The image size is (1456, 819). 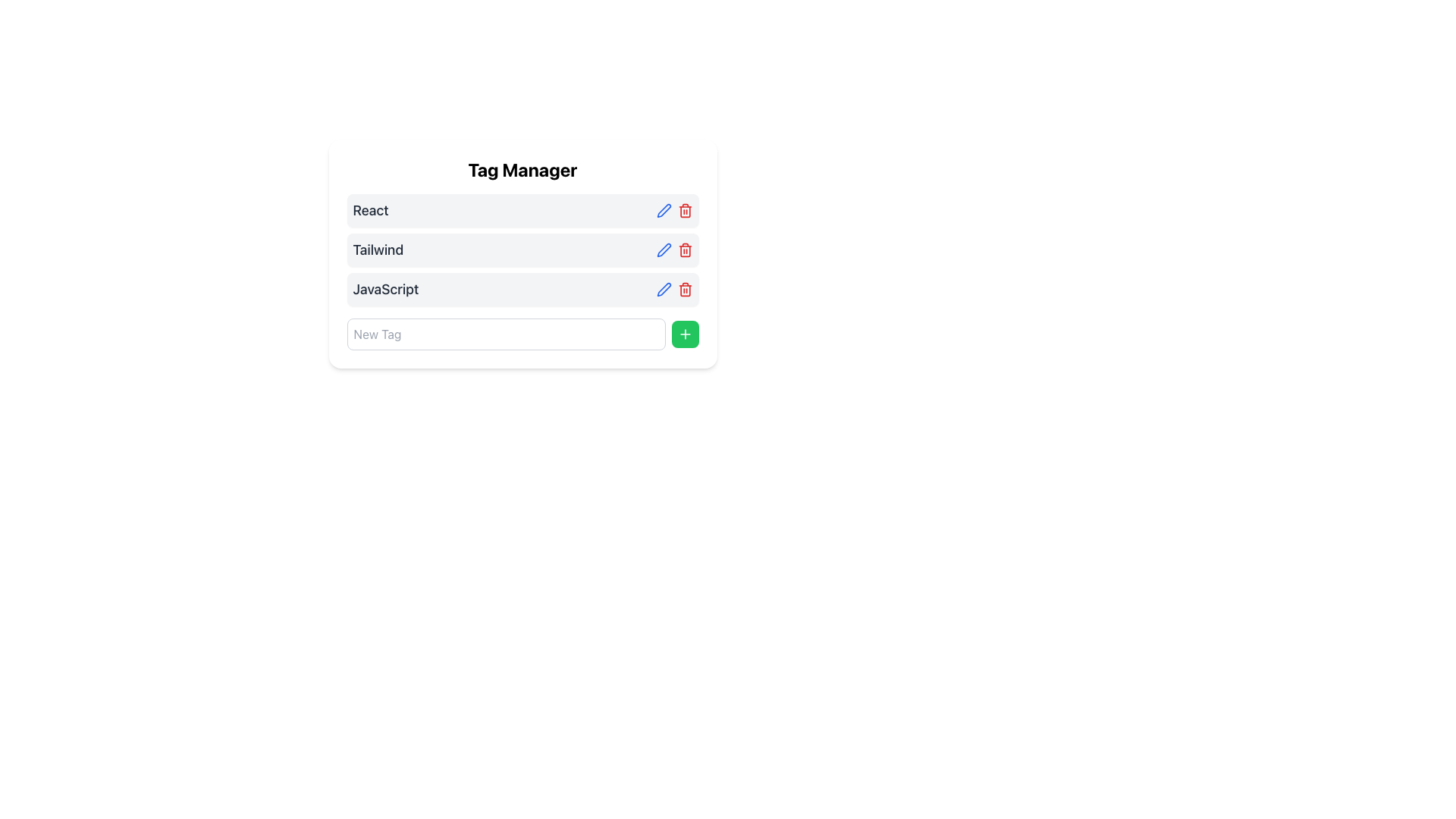 What do you see at coordinates (371, 210) in the screenshot?
I see `the Text Label displaying 'React' located under the 'Tag Manager' heading, which is the first entry in the list` at bounding box center [371, 210].